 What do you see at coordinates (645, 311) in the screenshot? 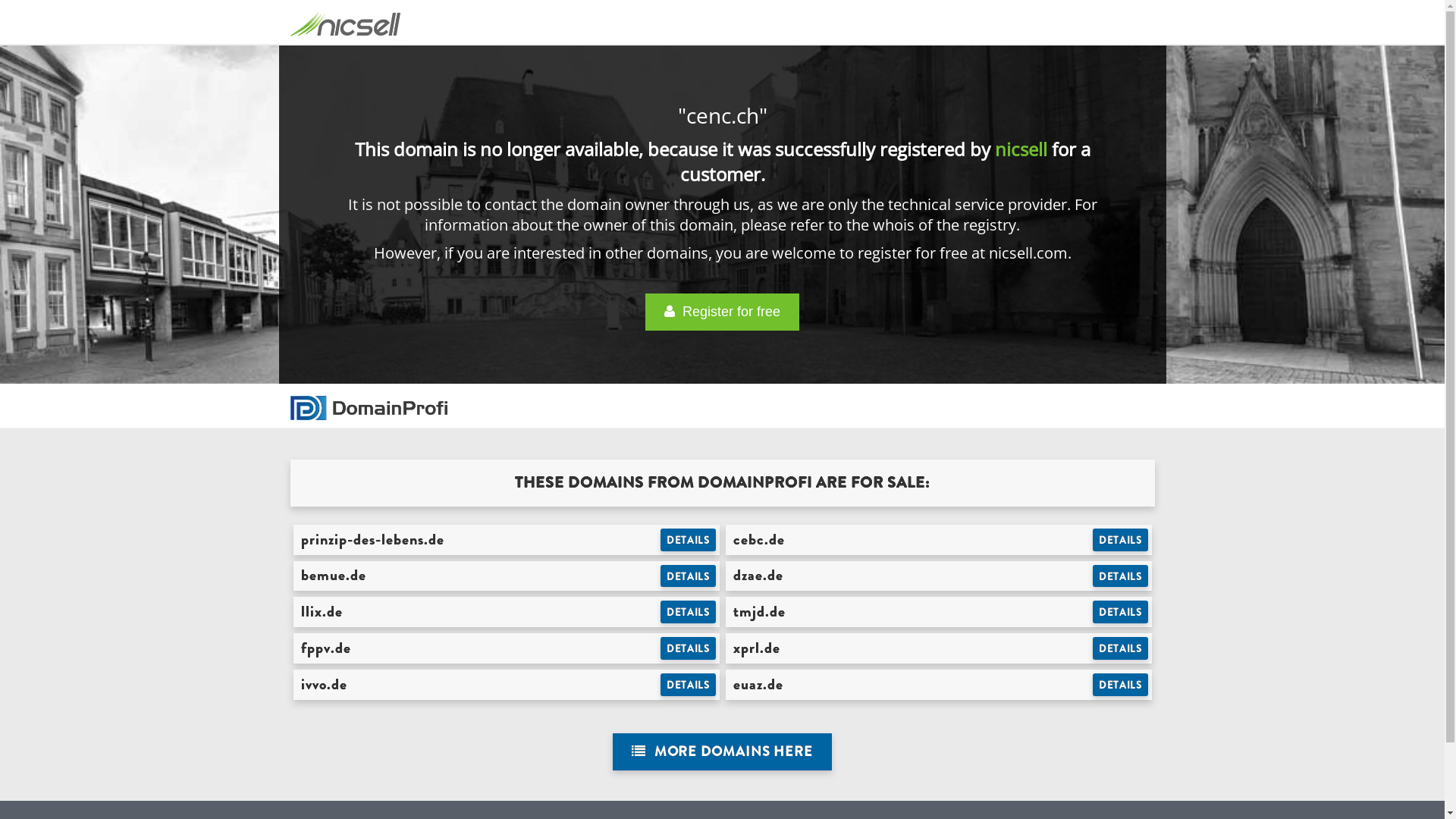
I see `'  Register for free'` at bounding box center [645, 311].